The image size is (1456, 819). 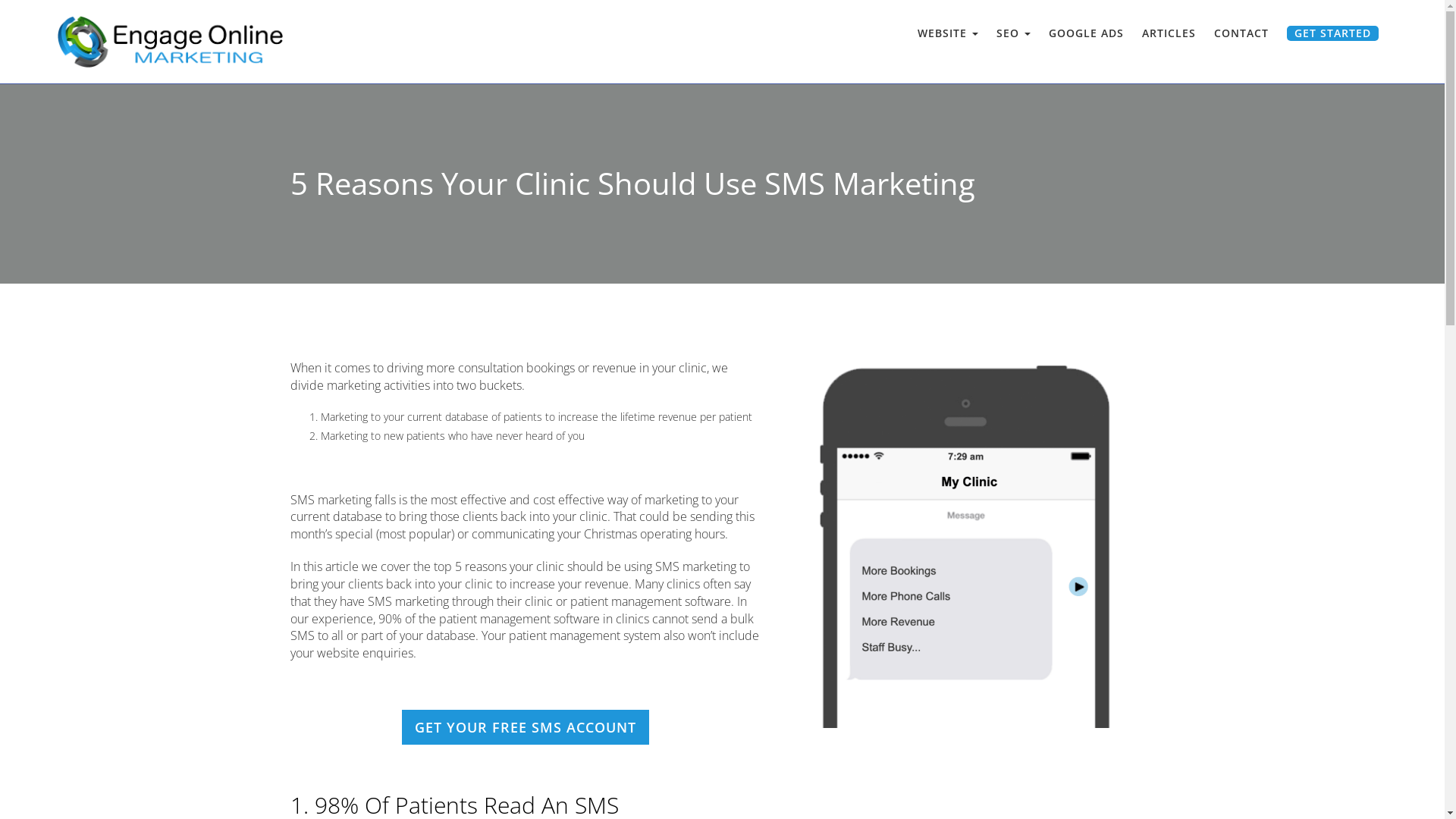 What do you see at coordinates (1013, 32) in the screenshot?
I see `'SEO'` at bounding box center [1013, 32].